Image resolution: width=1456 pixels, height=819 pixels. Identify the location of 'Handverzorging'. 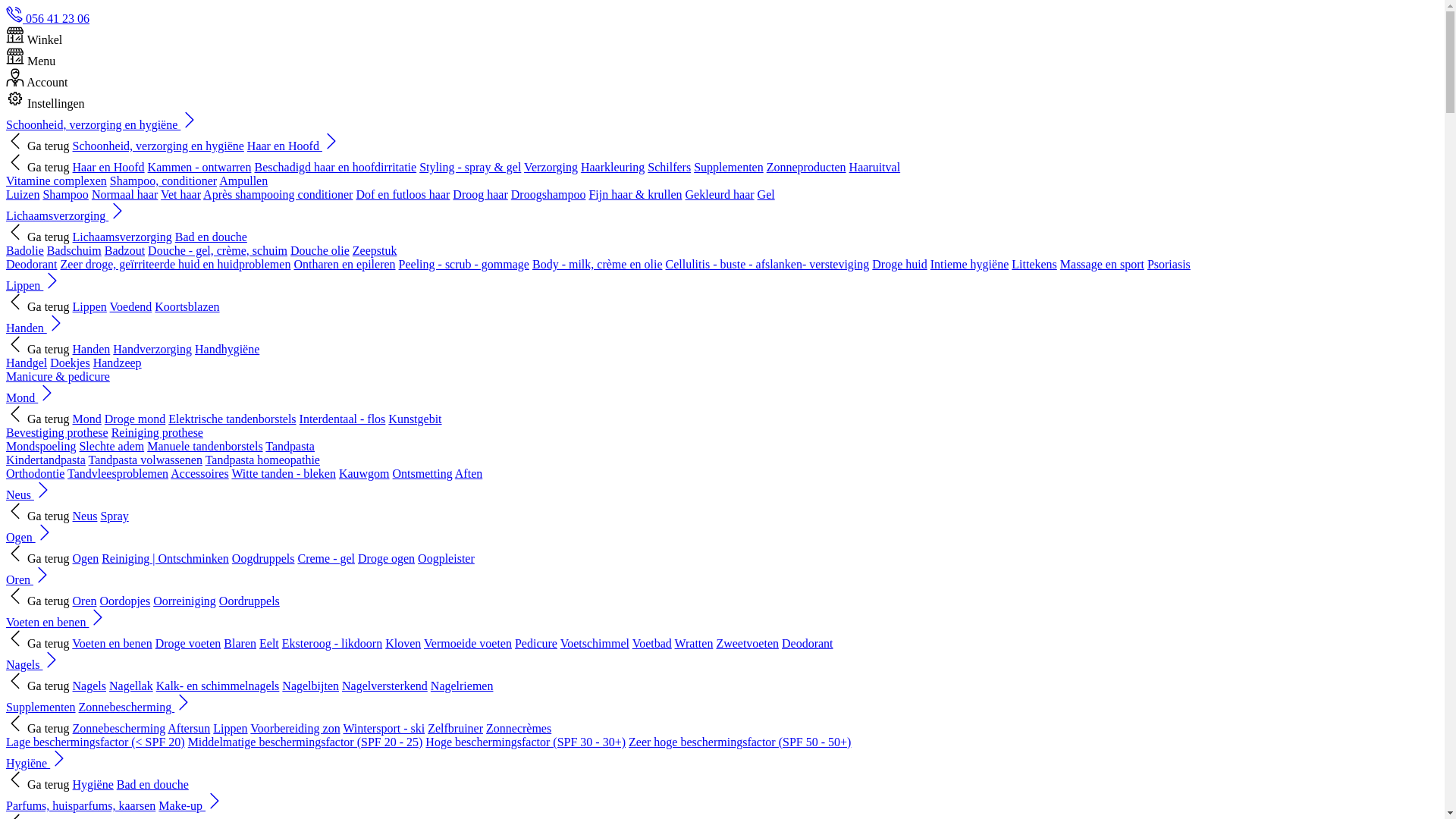
(152, 349).